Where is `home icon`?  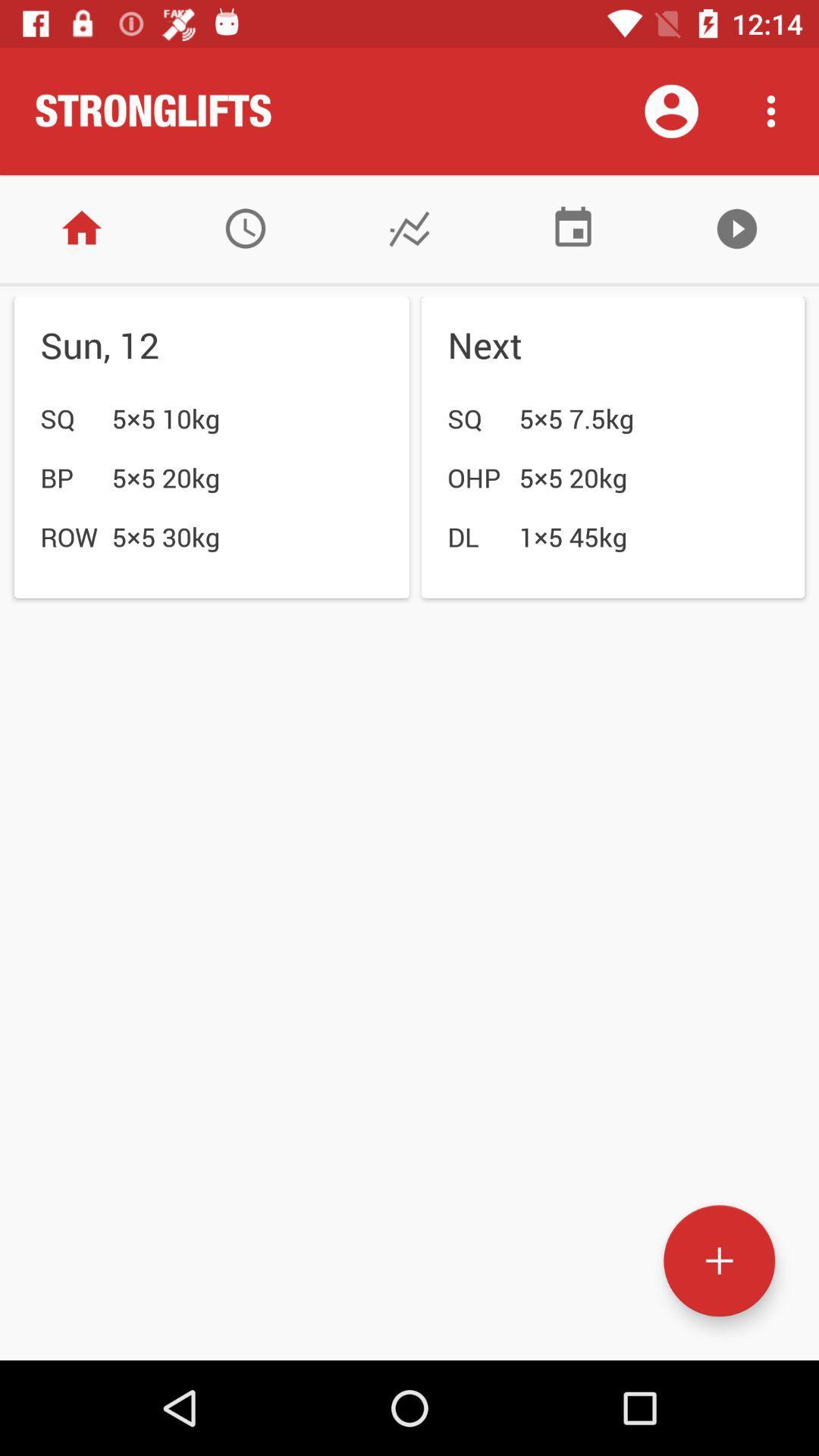
home icon is located at coordinates (82, 227).